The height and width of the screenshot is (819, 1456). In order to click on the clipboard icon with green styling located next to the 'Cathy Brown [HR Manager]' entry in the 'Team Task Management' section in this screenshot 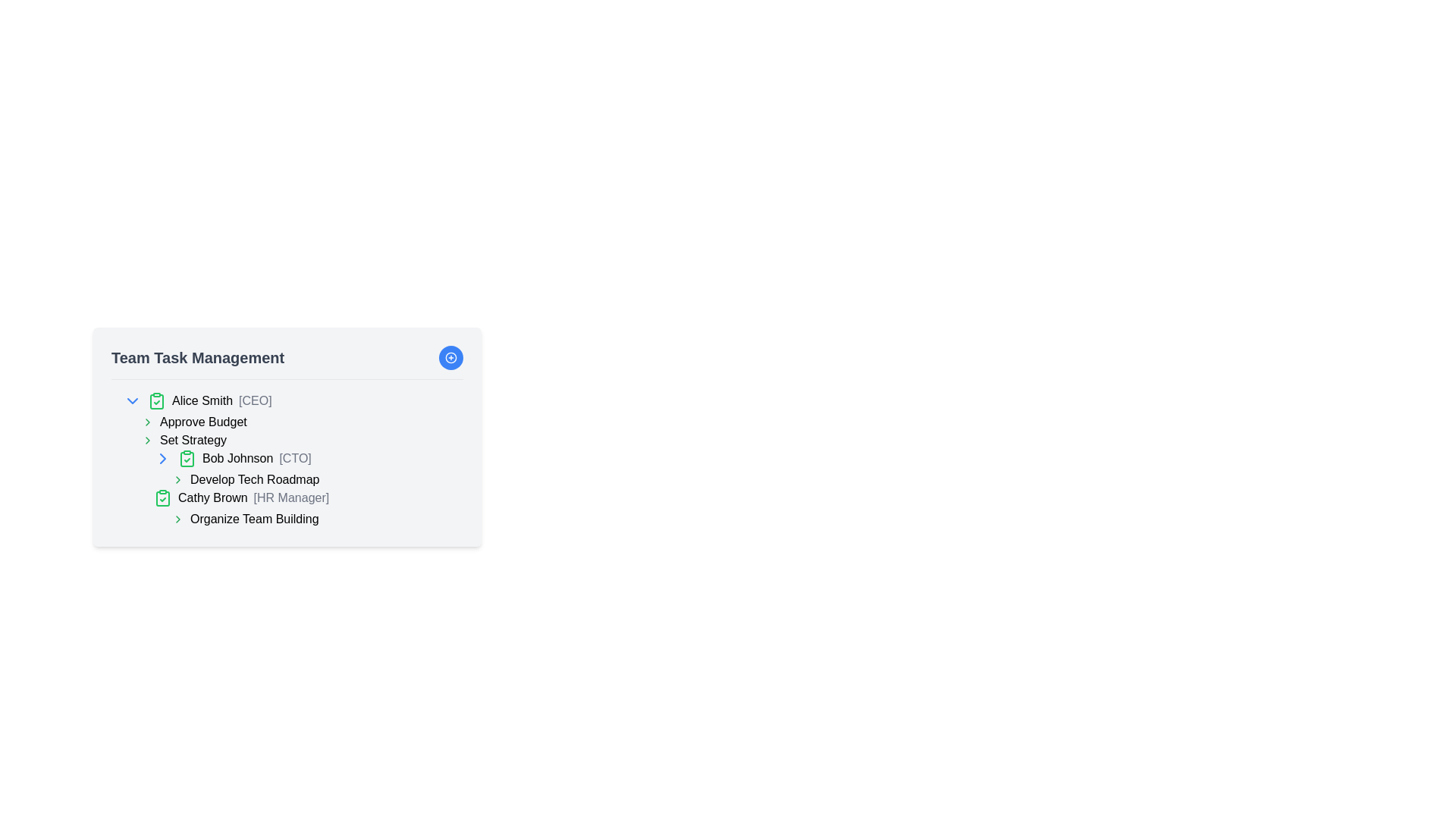, I will do `click(163, 499)`.